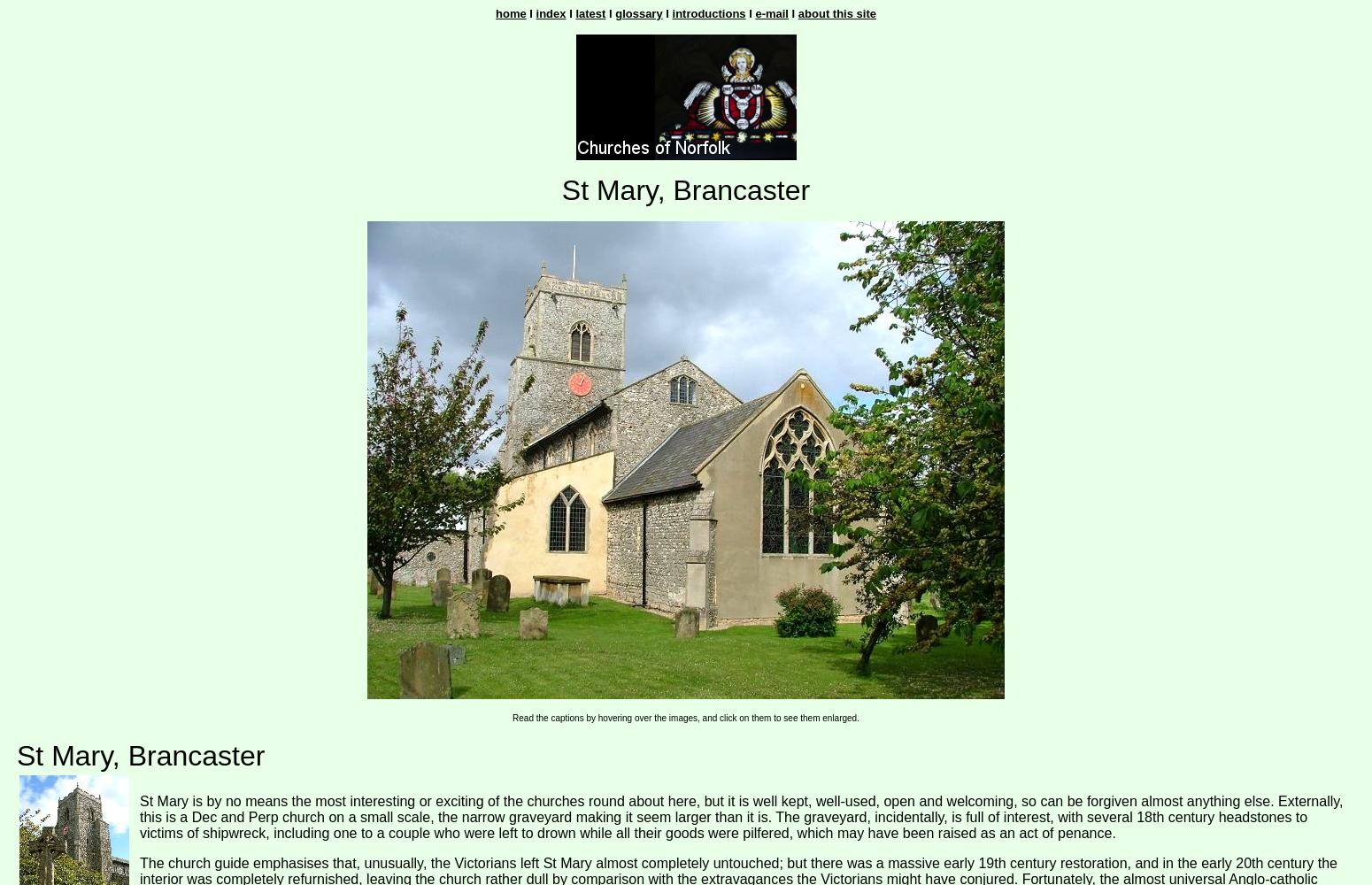 The height and width of the screenshot is (885, 1372). I want to click on 'introductions', so click(672, 13).